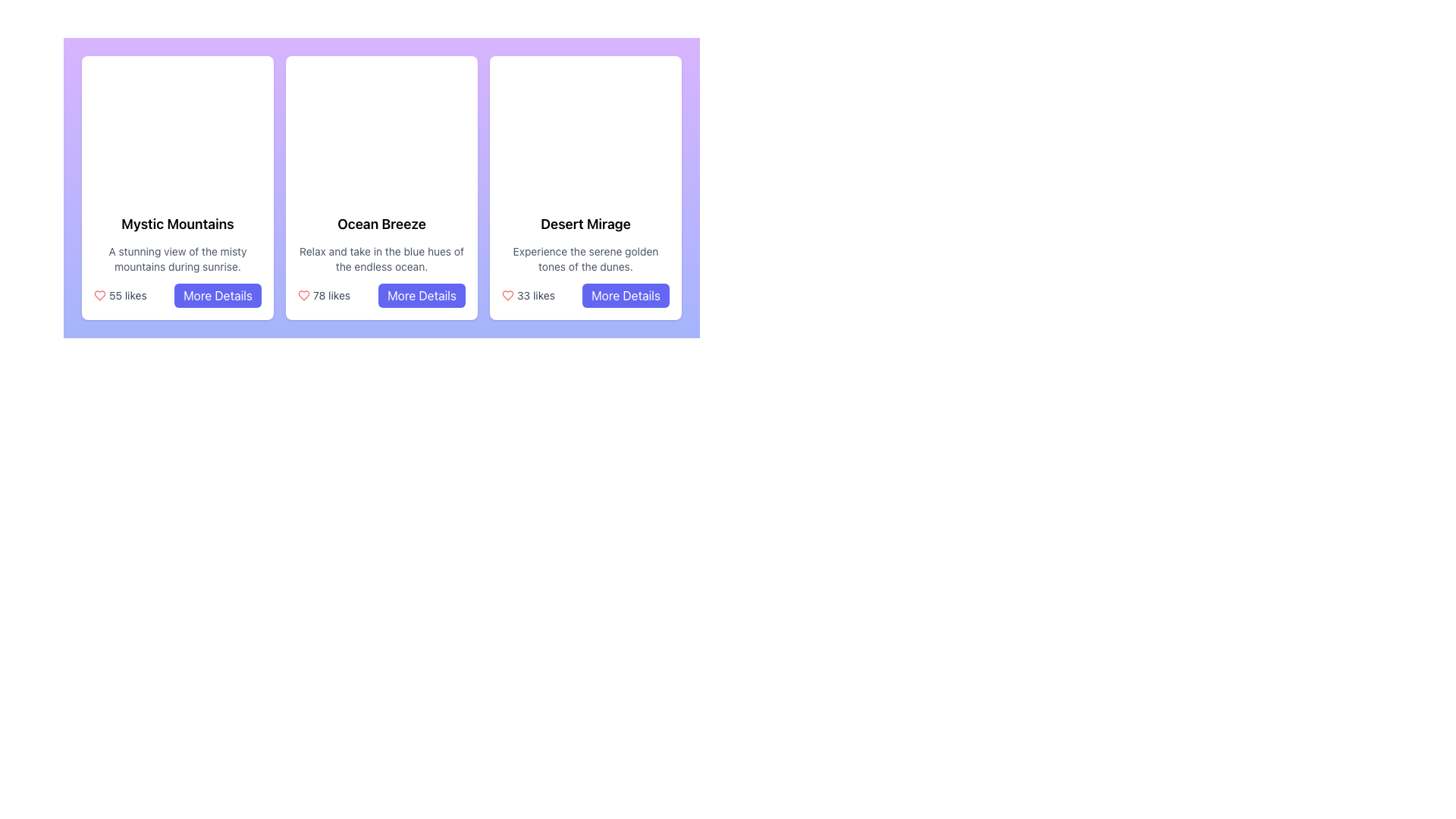  Describe the element at coordinates (323, 295) in the screenshot. I see `the '78 likes' informational label with a red heart icon, located in the second card of a horizontally aligned list of cards, positioned above the 'More Details' button` at that location.